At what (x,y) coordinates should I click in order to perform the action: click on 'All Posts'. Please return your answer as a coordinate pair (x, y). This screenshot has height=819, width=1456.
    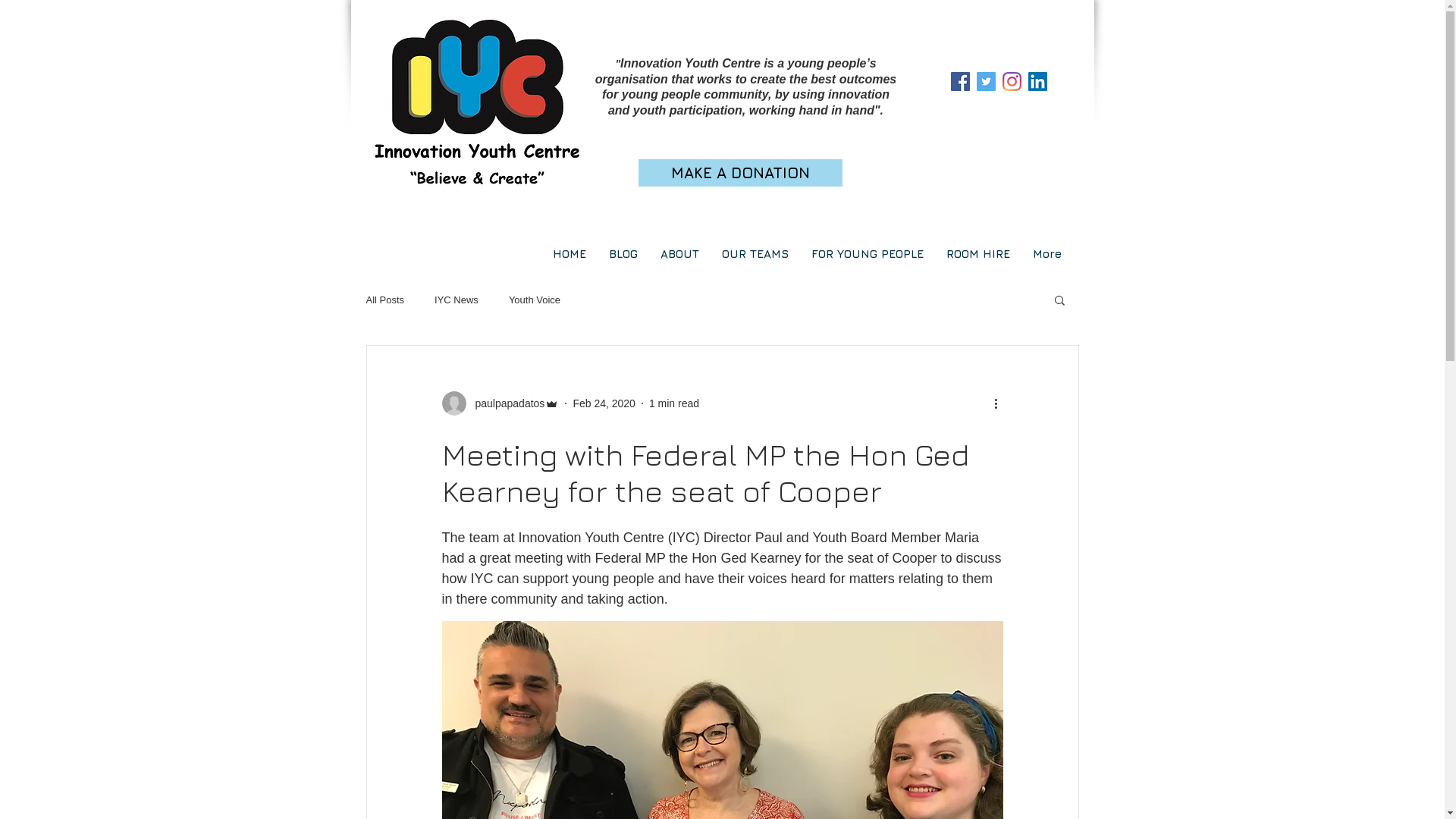
    Looking at the image, I should click on (384, 300).